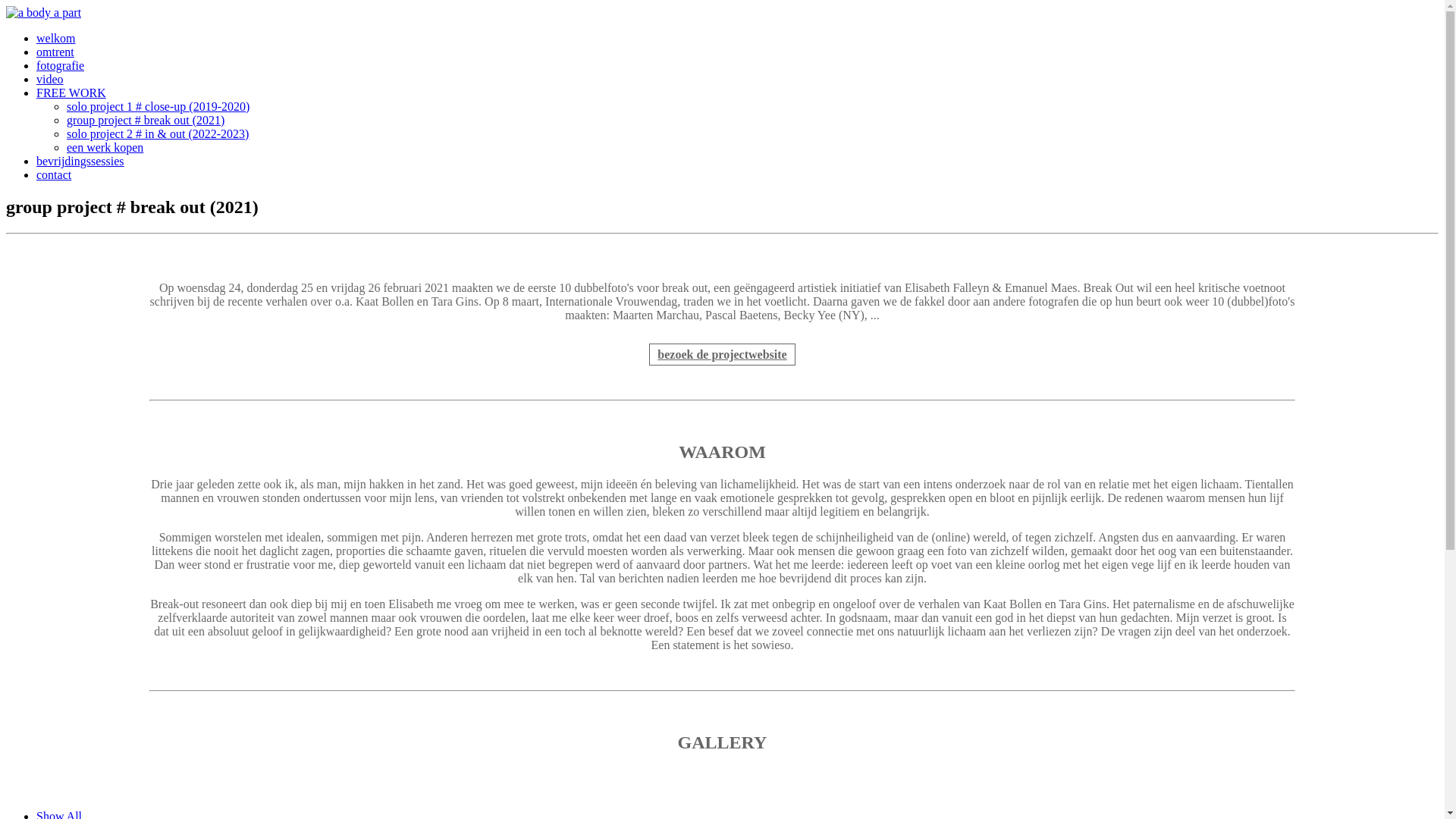 This screenshot has height=819, width=1456. Describe the element at coordinates (54, 174) in the screenshot. I see `'contact'` at that location.